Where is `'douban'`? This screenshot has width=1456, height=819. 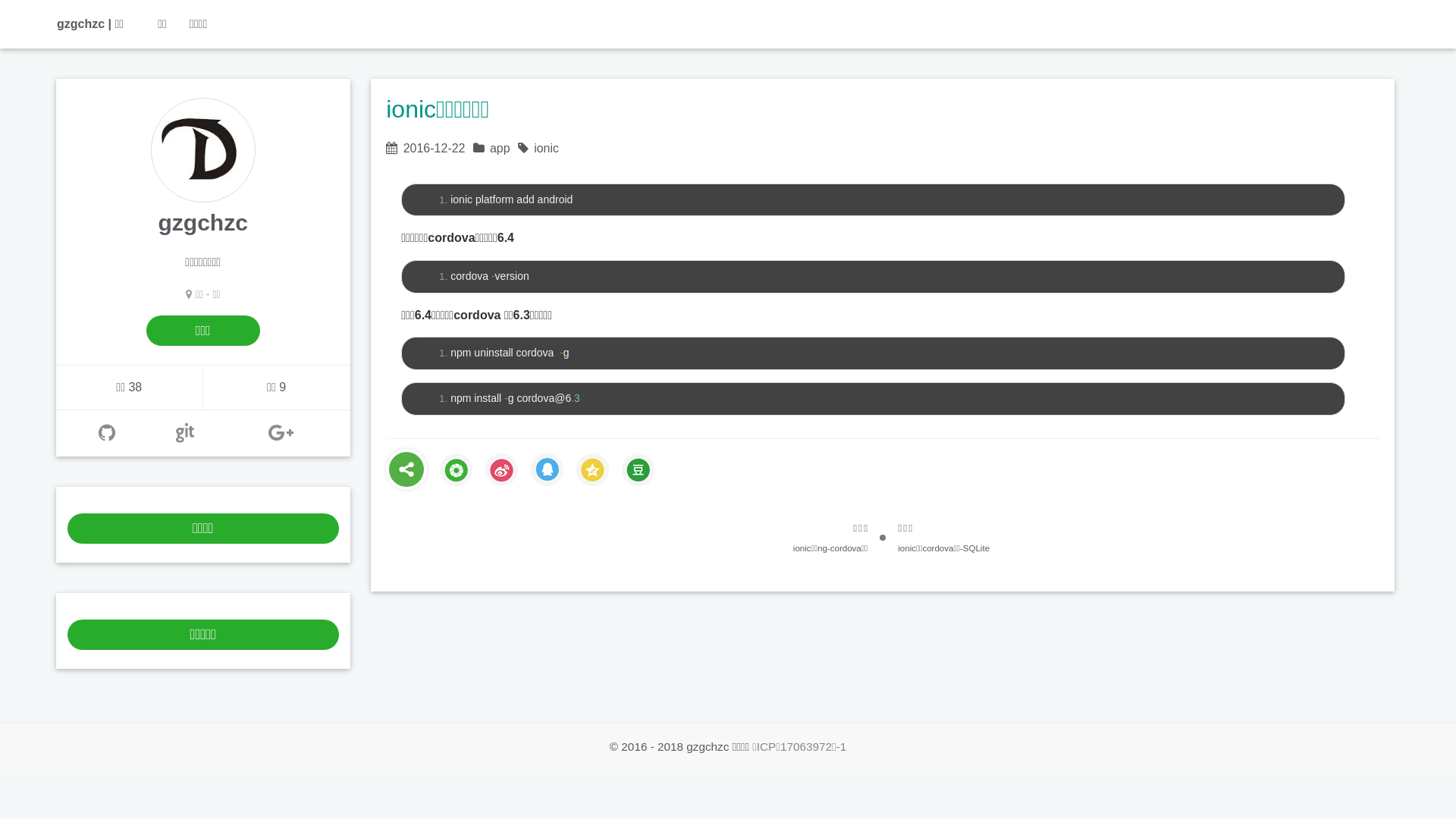
'douban' is located at coordinates (622, 469).